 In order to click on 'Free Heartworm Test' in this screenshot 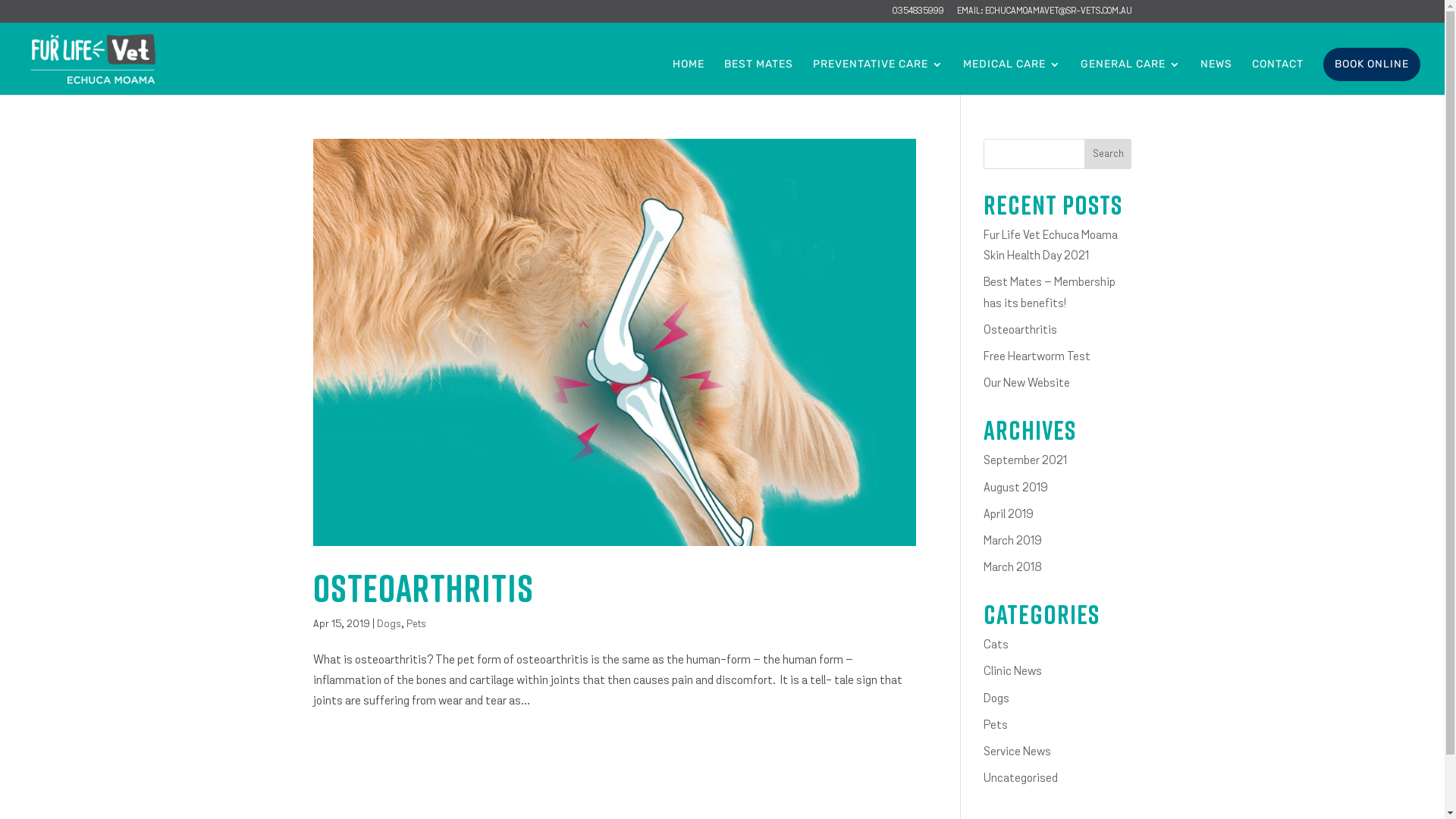, I will do `click(1036, 356)`.